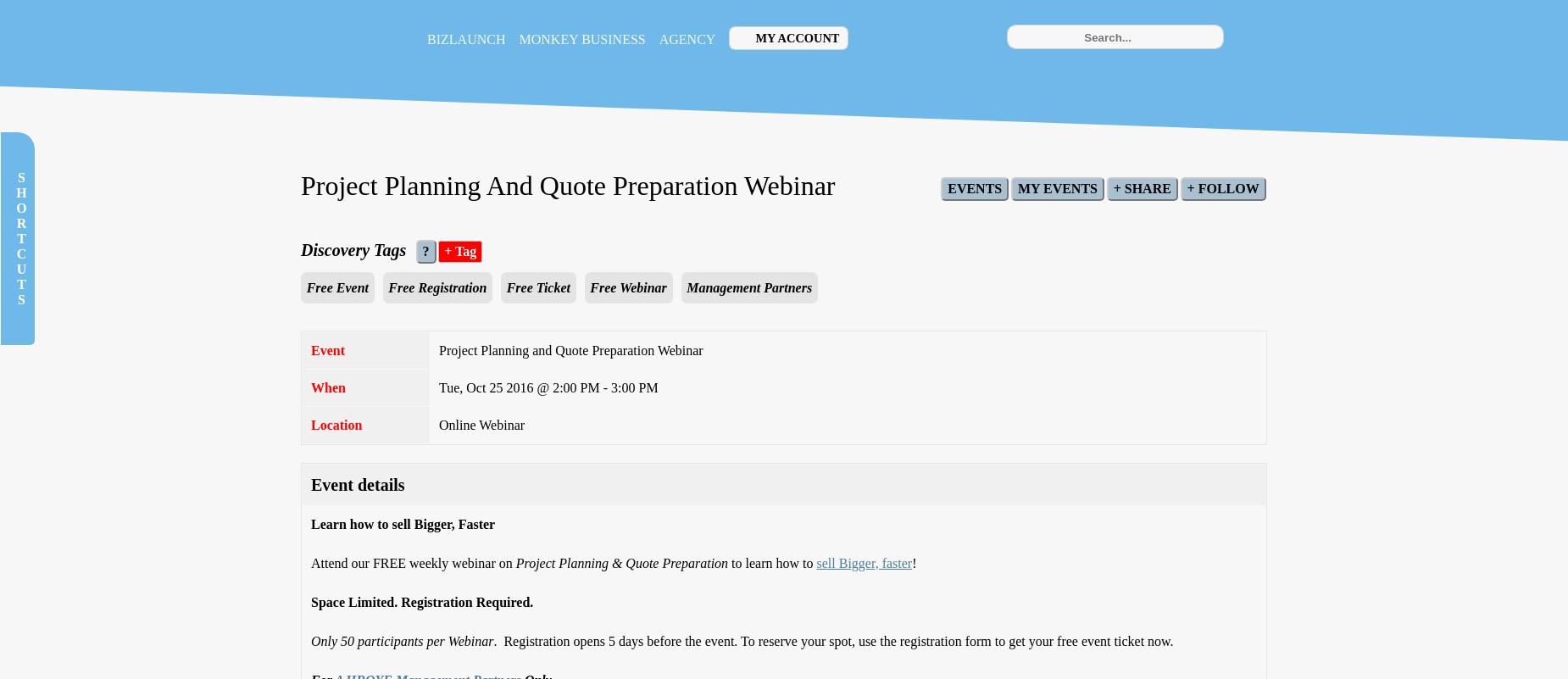  I want to click on '.  Registration opens 5 days before the event. To reserve your spot, use the registration form to get your free event ticket now.', so click(493, 640).